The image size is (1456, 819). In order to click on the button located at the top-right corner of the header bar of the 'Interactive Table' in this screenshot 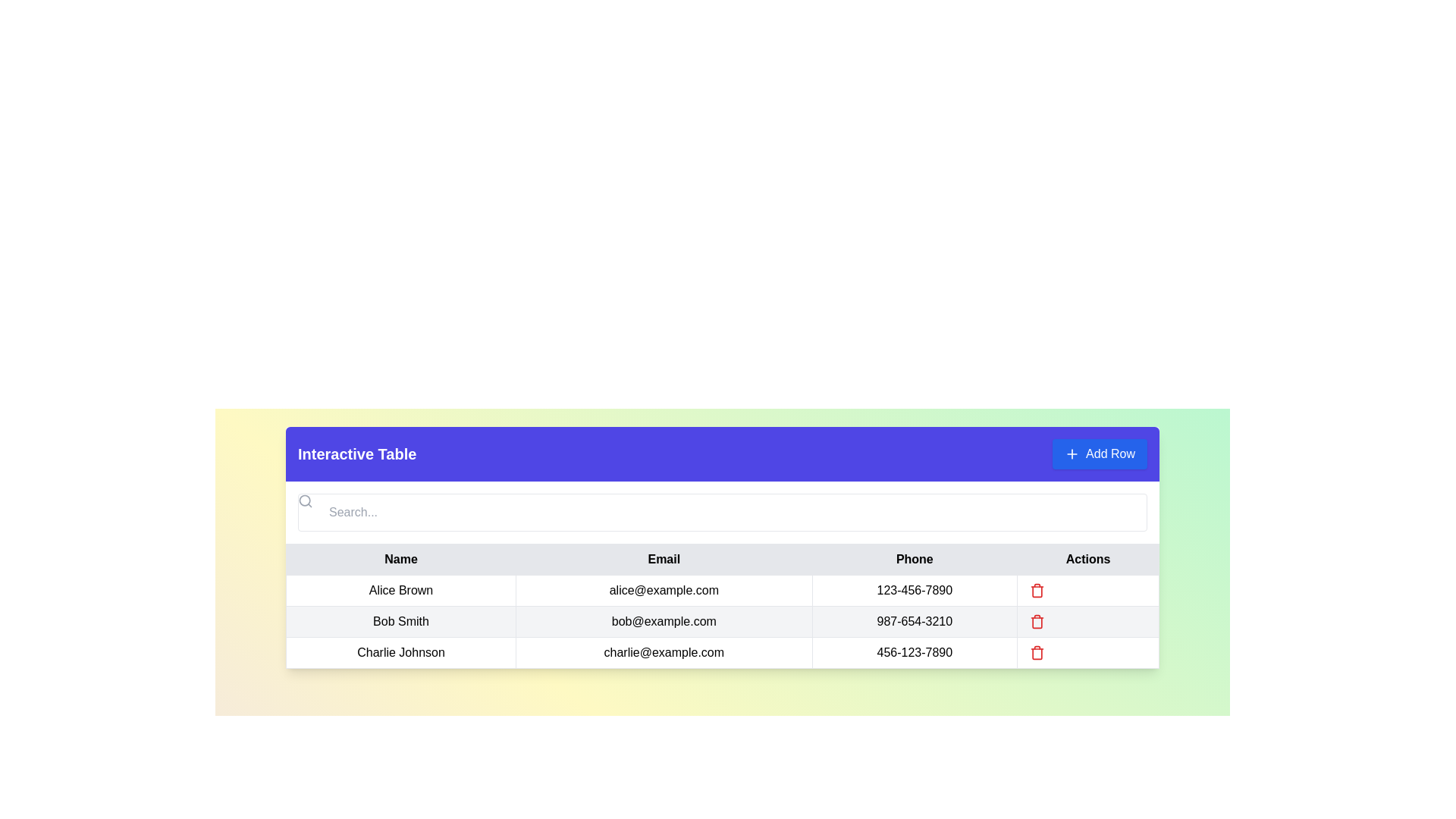, I will do `click(1100, 453)`.